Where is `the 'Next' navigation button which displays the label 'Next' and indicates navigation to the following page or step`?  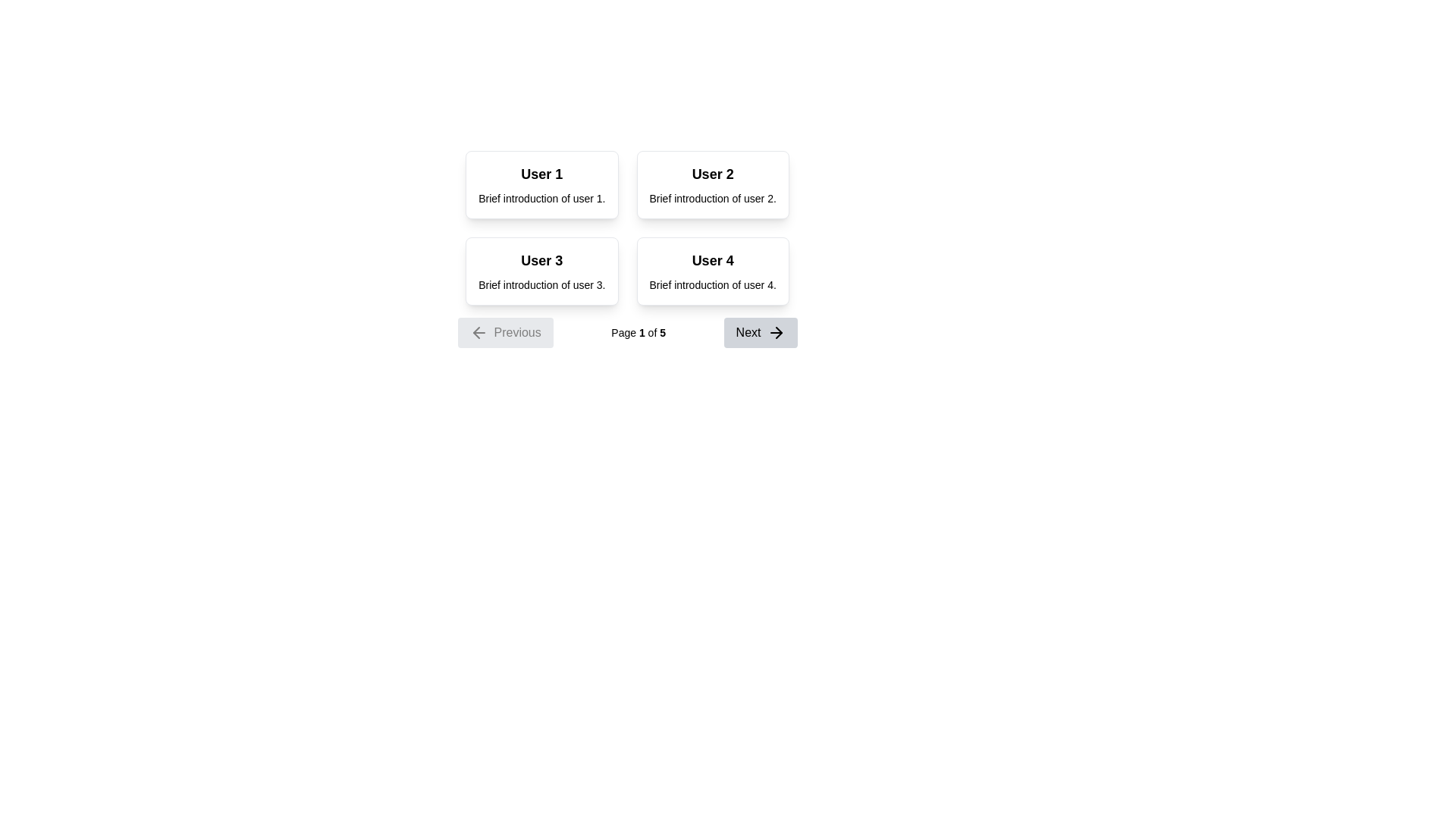
the 'Next' navigation button which displays the label 'Next' and indicates navigation to the following page or step is located at coordinates (748, 332).